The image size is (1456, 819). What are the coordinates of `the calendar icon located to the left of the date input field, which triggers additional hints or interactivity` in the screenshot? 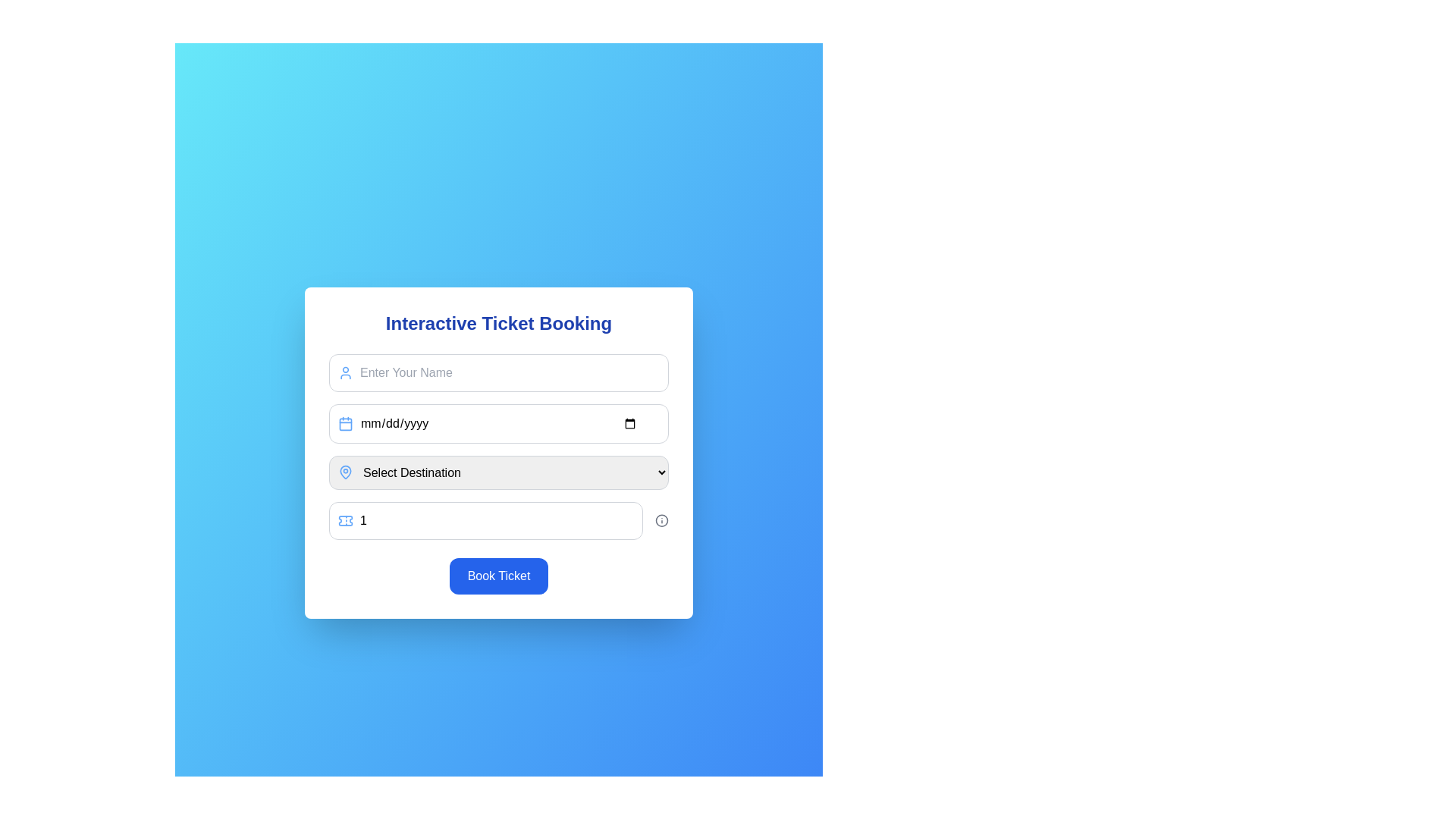 It's located at (345, 423).